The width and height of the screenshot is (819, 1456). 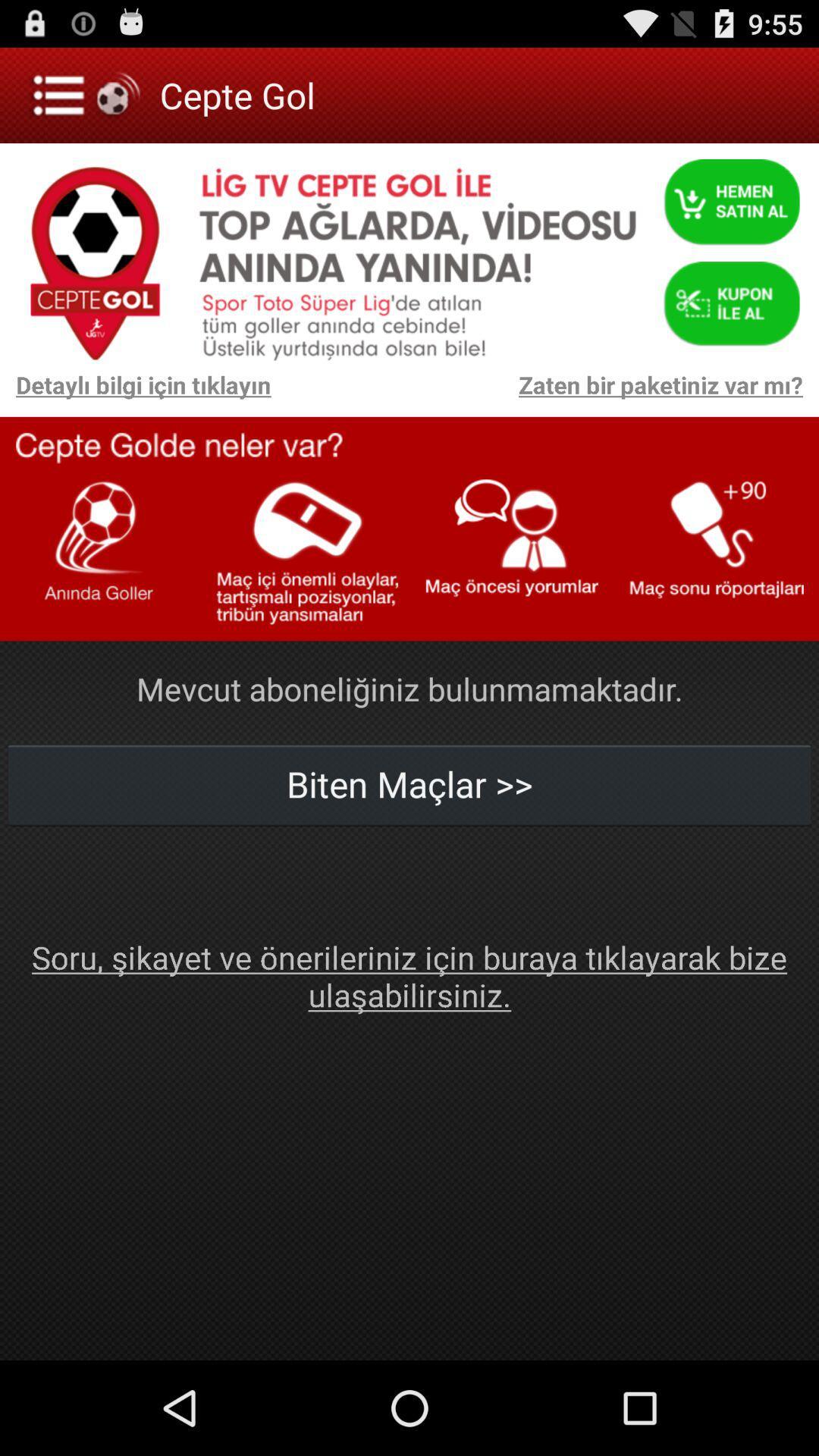 I want to click on a six line text which is below cepte gol on a page, so click(x=417, y=256).